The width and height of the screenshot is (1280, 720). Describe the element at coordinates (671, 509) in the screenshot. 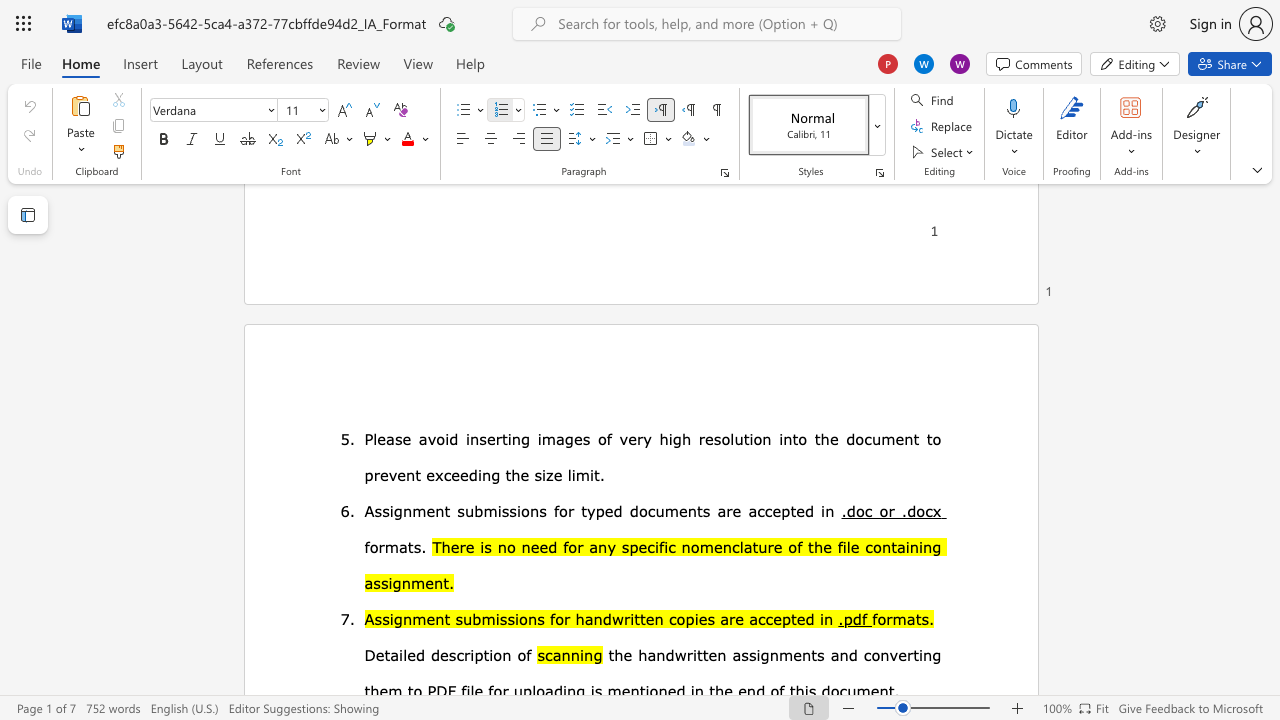

I see `the 1th character "m" in the text` at that location.